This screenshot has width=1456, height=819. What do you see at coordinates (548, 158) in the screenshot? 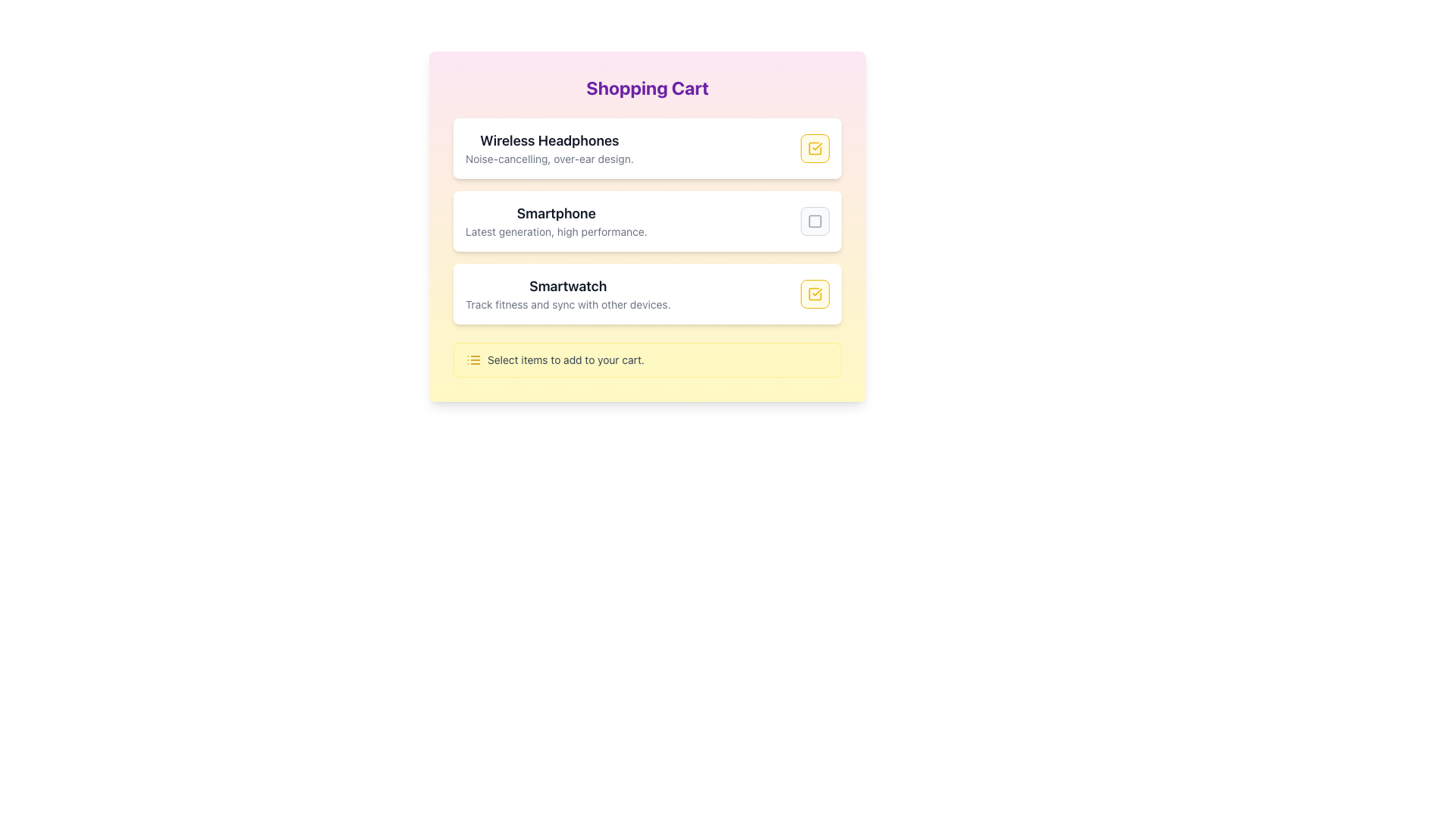
I see `the static text label providing details about the 'Wireless Headphones' in the shopping cart interface, located directly underneath the title` at bounding box center [548, 158].